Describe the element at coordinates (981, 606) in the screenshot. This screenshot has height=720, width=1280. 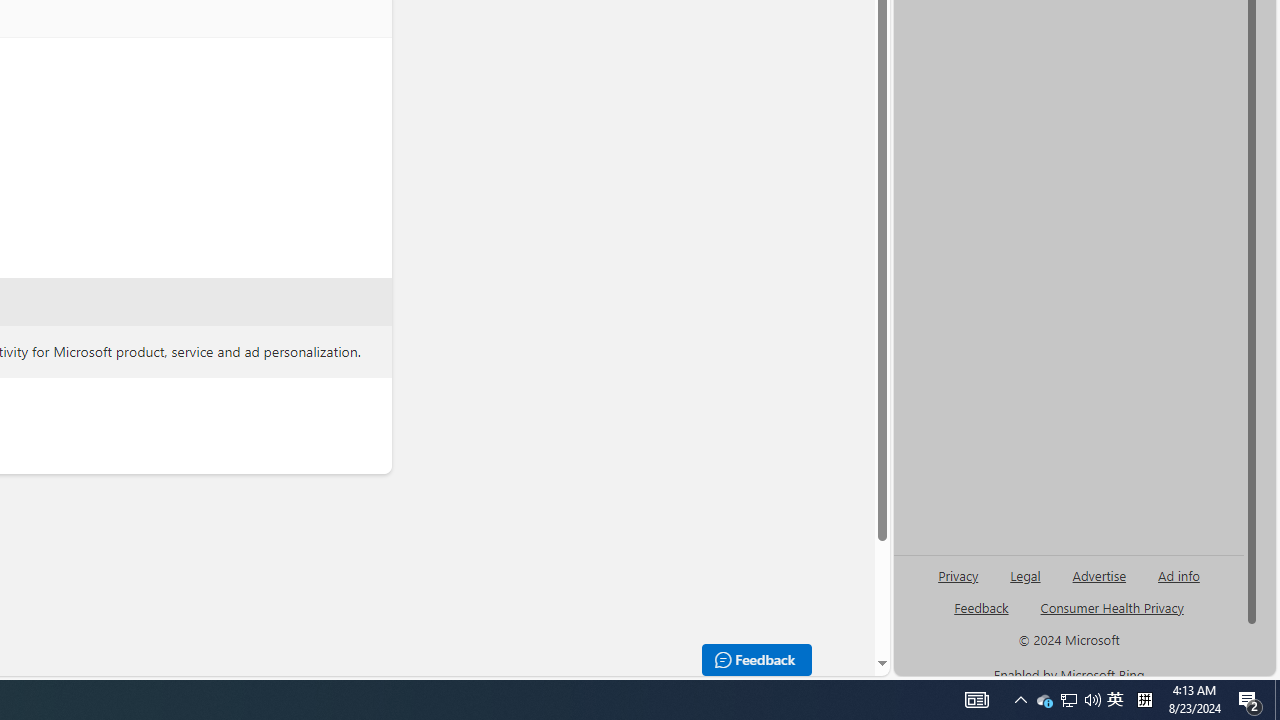
I see `'AutomationID: sb_feedback'` at that location.